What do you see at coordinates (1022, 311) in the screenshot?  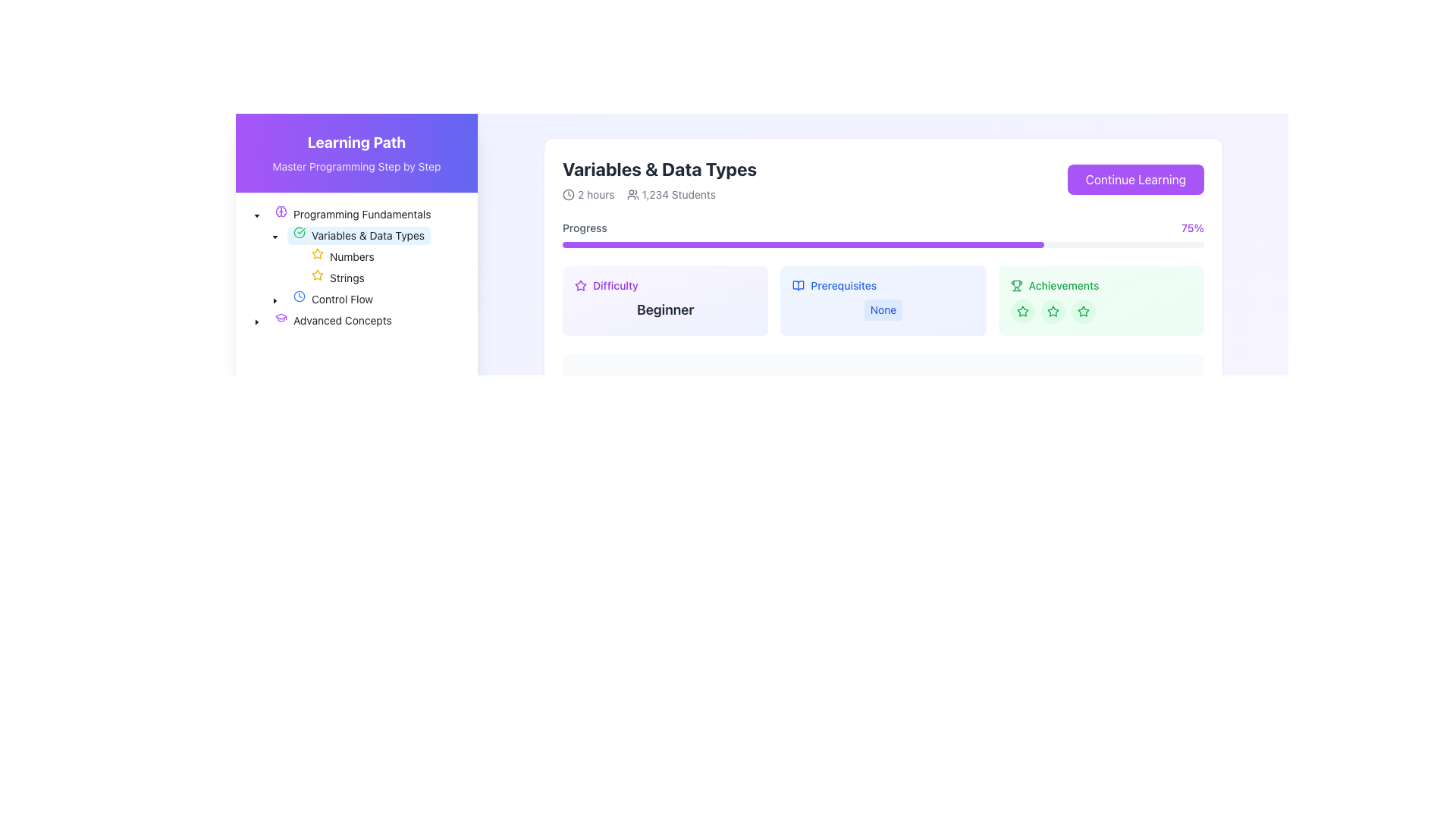 I see `the unselected green star-shaped icon located in the Achievements section` at bounding box center [1022, 311].